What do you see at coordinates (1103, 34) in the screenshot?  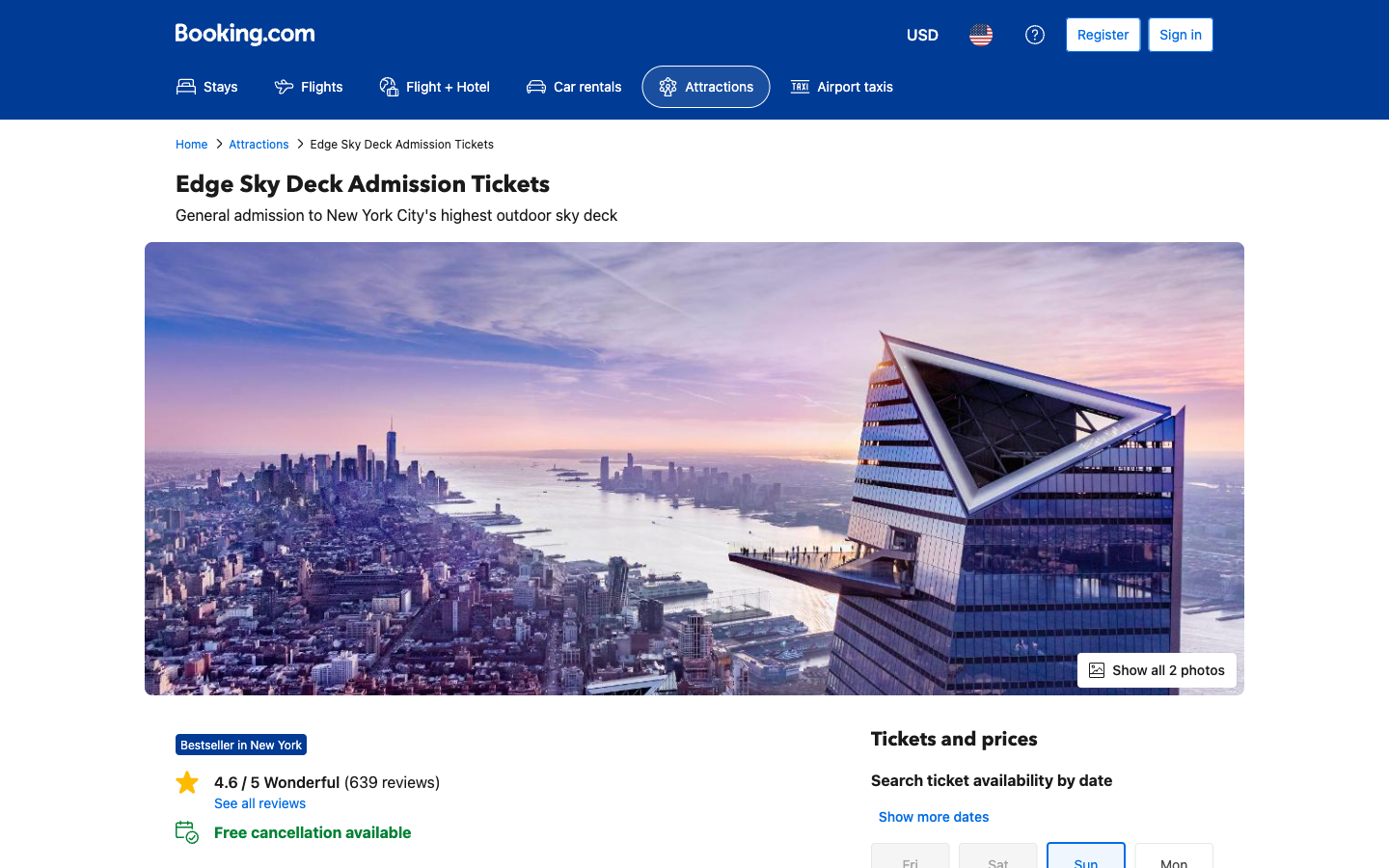 I see `Register for a new account` at bounding box center [1103, 34].